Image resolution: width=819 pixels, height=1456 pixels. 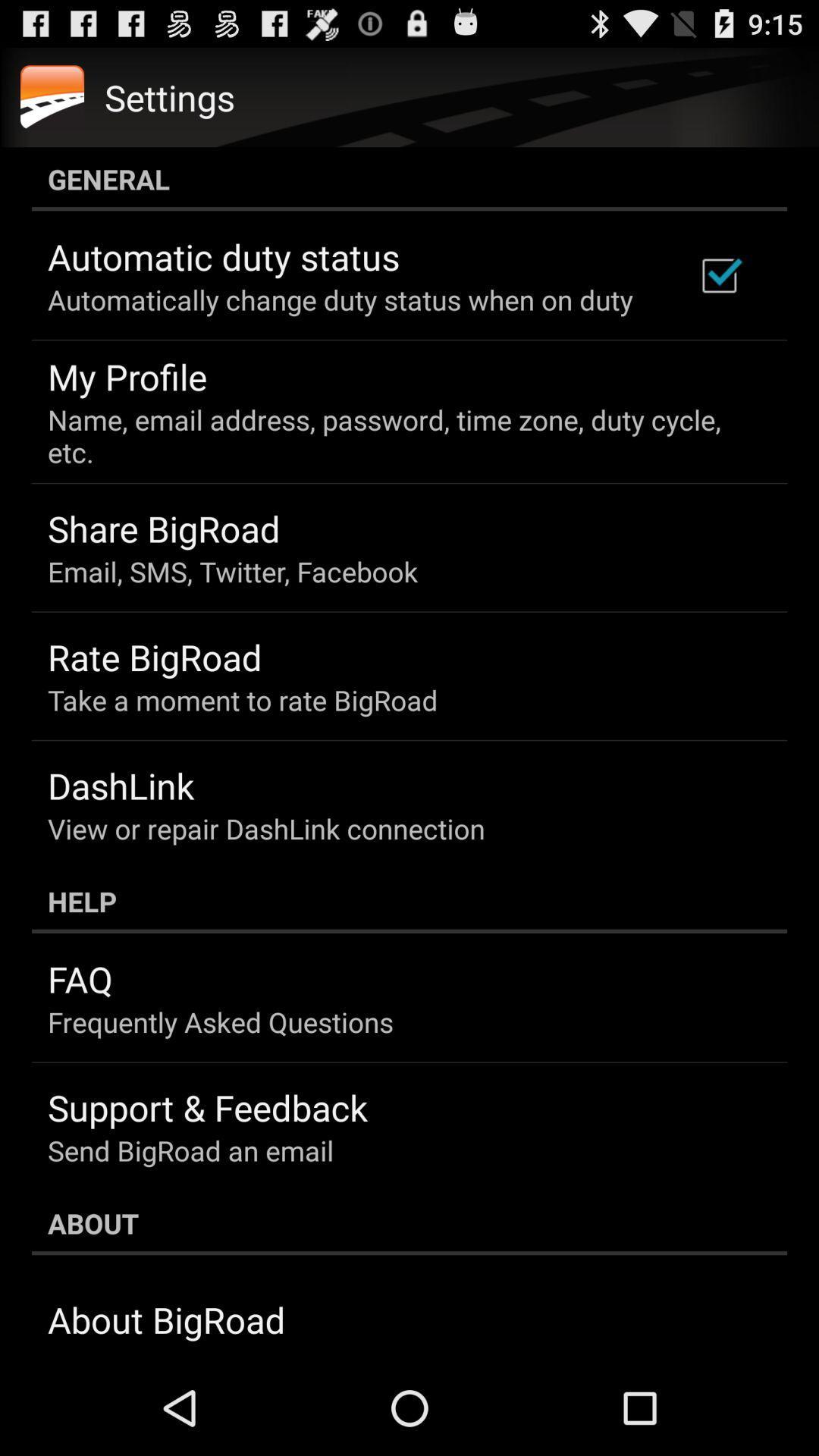 What do you see at coordinates (208, 1107) in the screenshot?
I see `app above the send bigroad an icon` at bounding box center [208, 1107].